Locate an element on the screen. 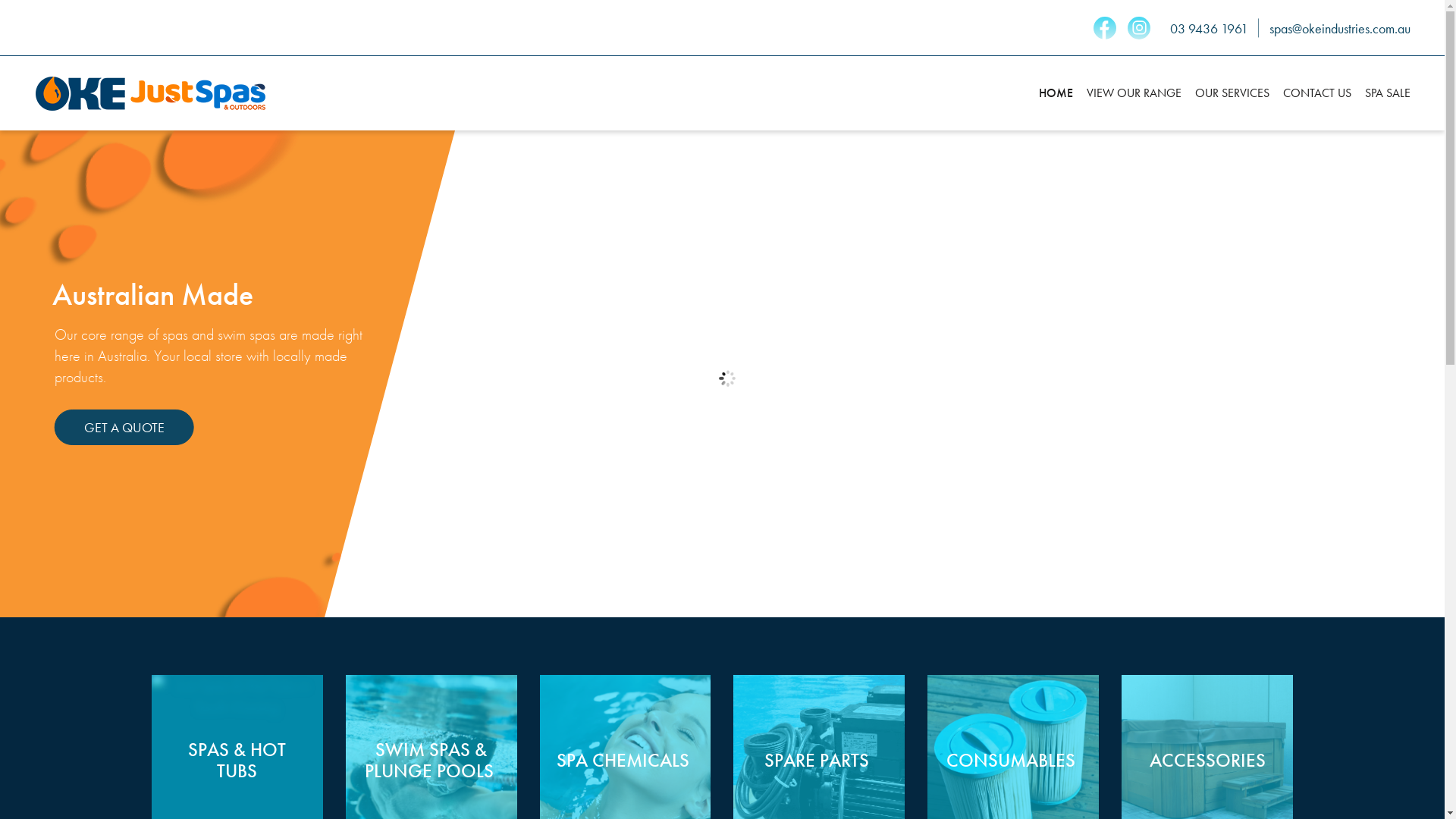 This screenshot has width=1456, height=819. 'VIEW OUR RANGE' is located at coordinates (1134, 93).